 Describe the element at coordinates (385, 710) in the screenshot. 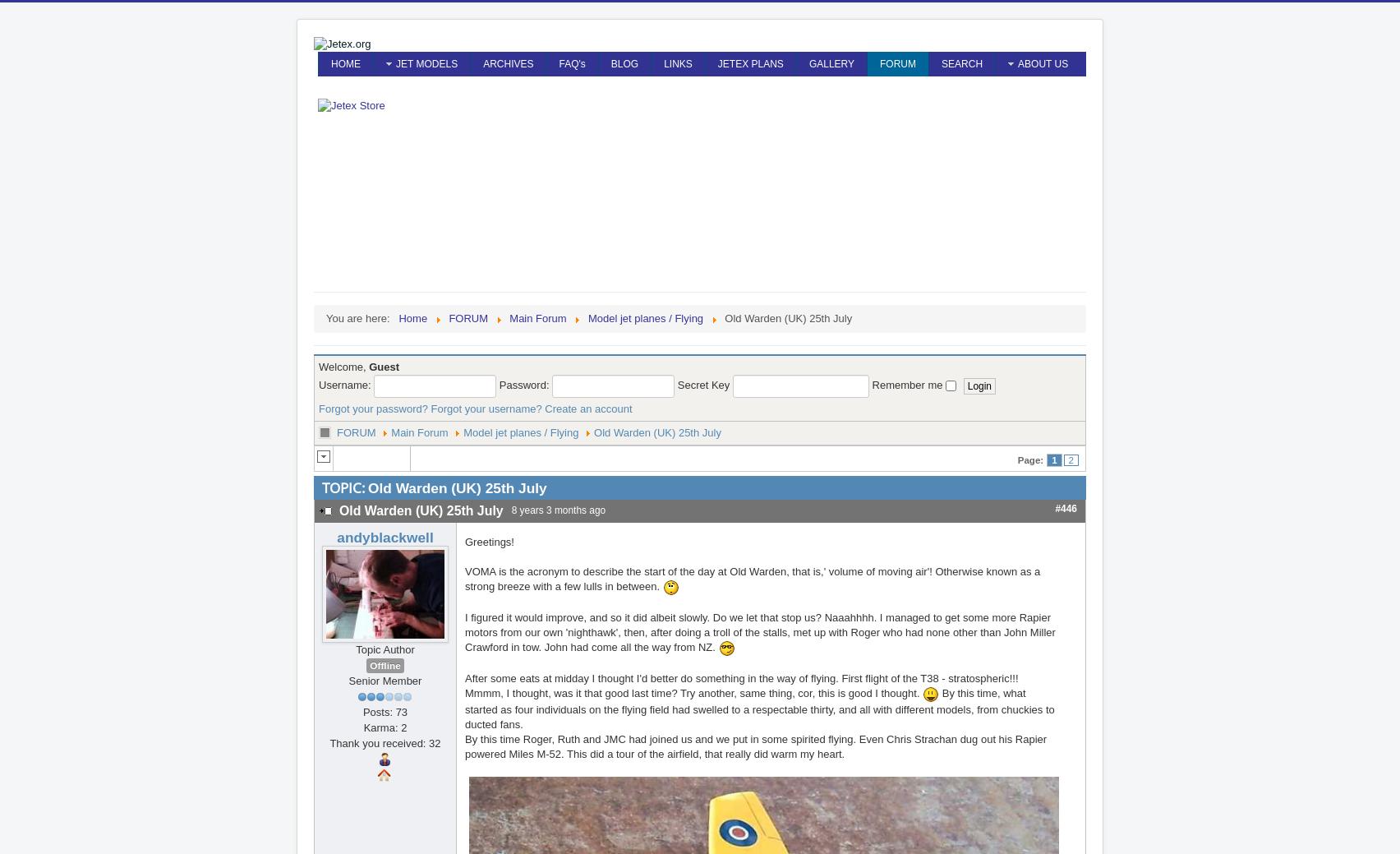

I see `'Posts: 73'` at that location.